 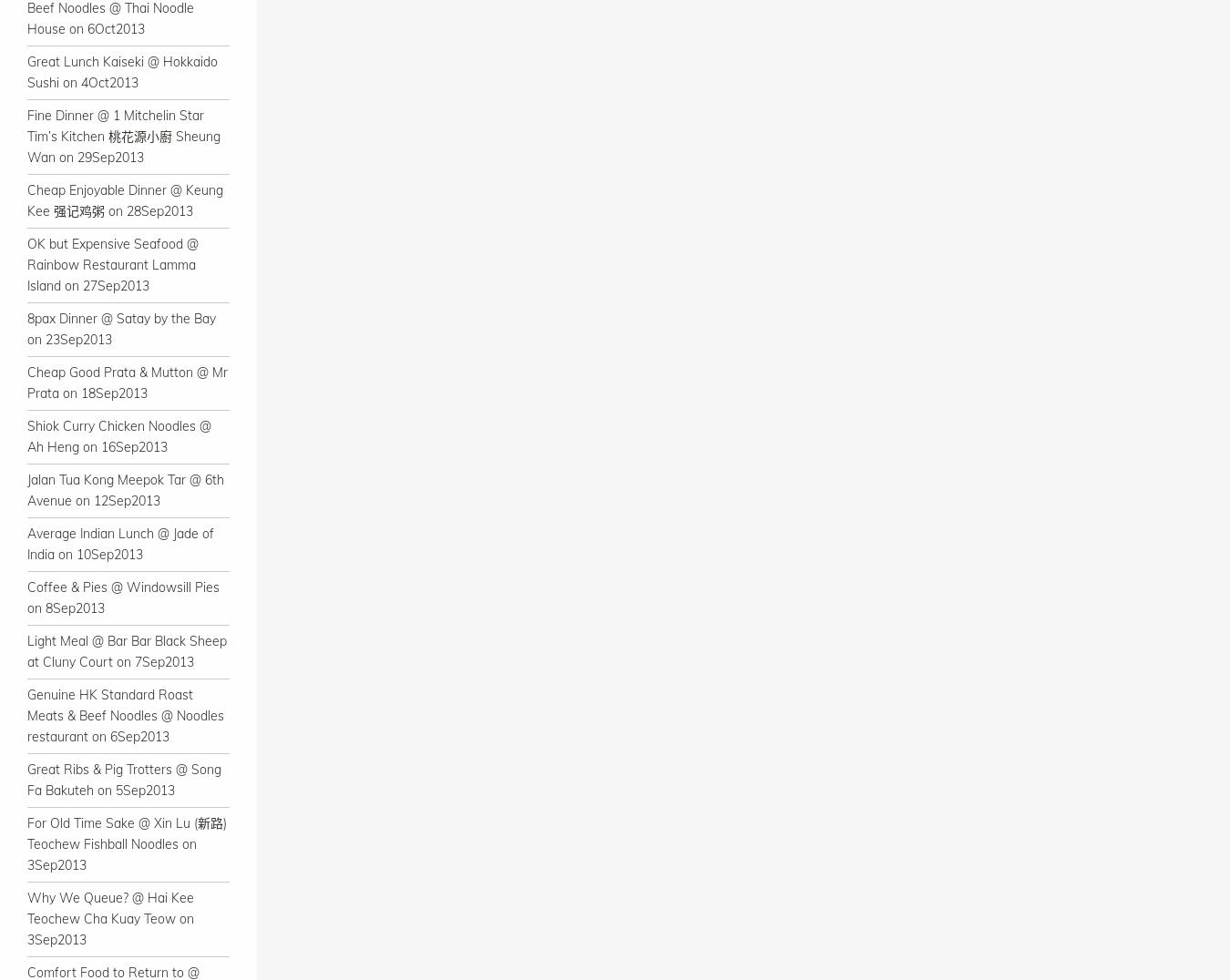 What do you see at coordinates (127, 383) in the screenshot?
I see `'Cheap Good Prata & Mutton @ Mr Prata on 18Sep2013'` at bounding box center [127, 383].